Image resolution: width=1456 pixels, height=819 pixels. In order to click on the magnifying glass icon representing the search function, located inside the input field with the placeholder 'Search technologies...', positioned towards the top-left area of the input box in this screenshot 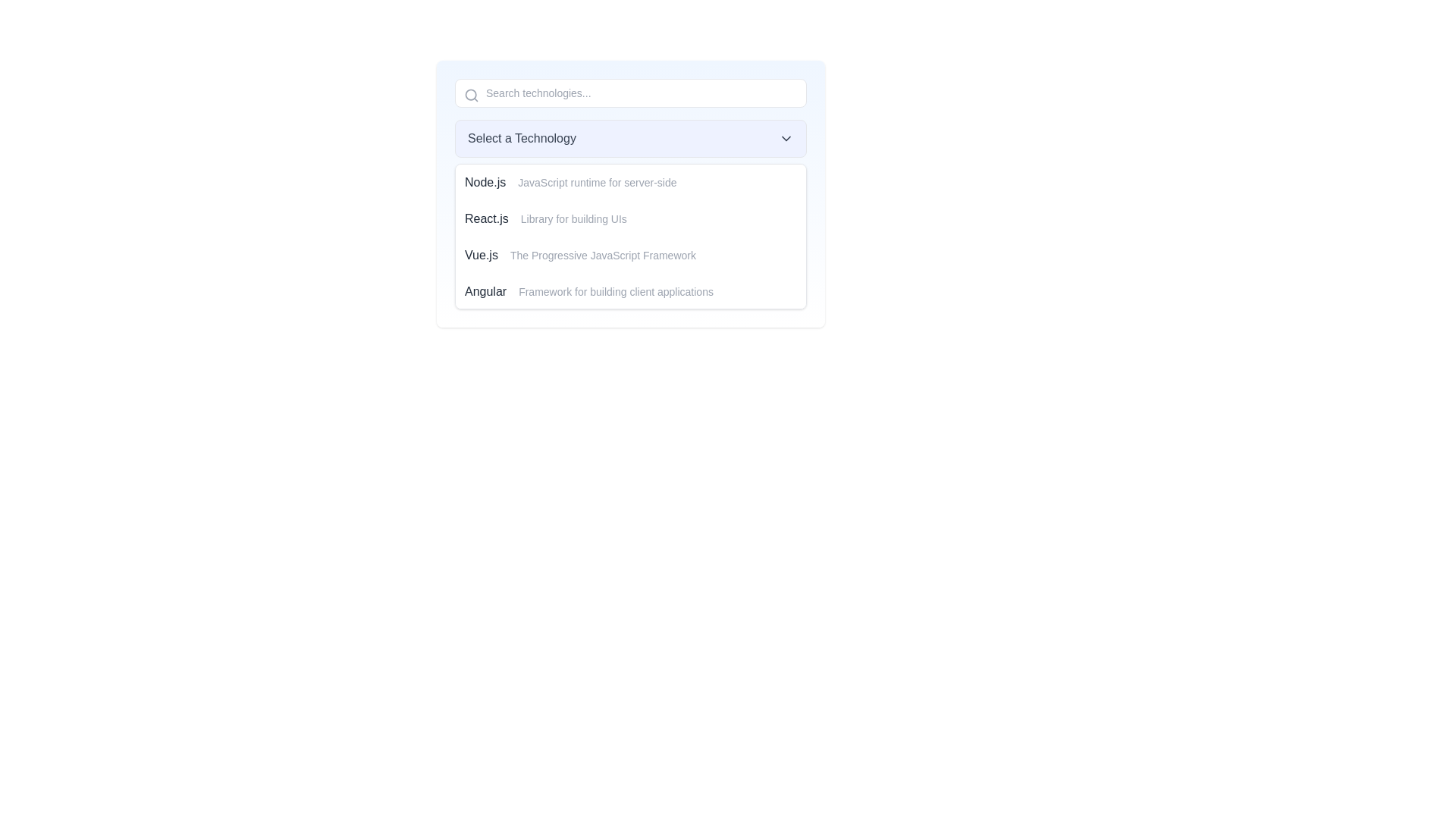, I will do `click(471, 96)`.